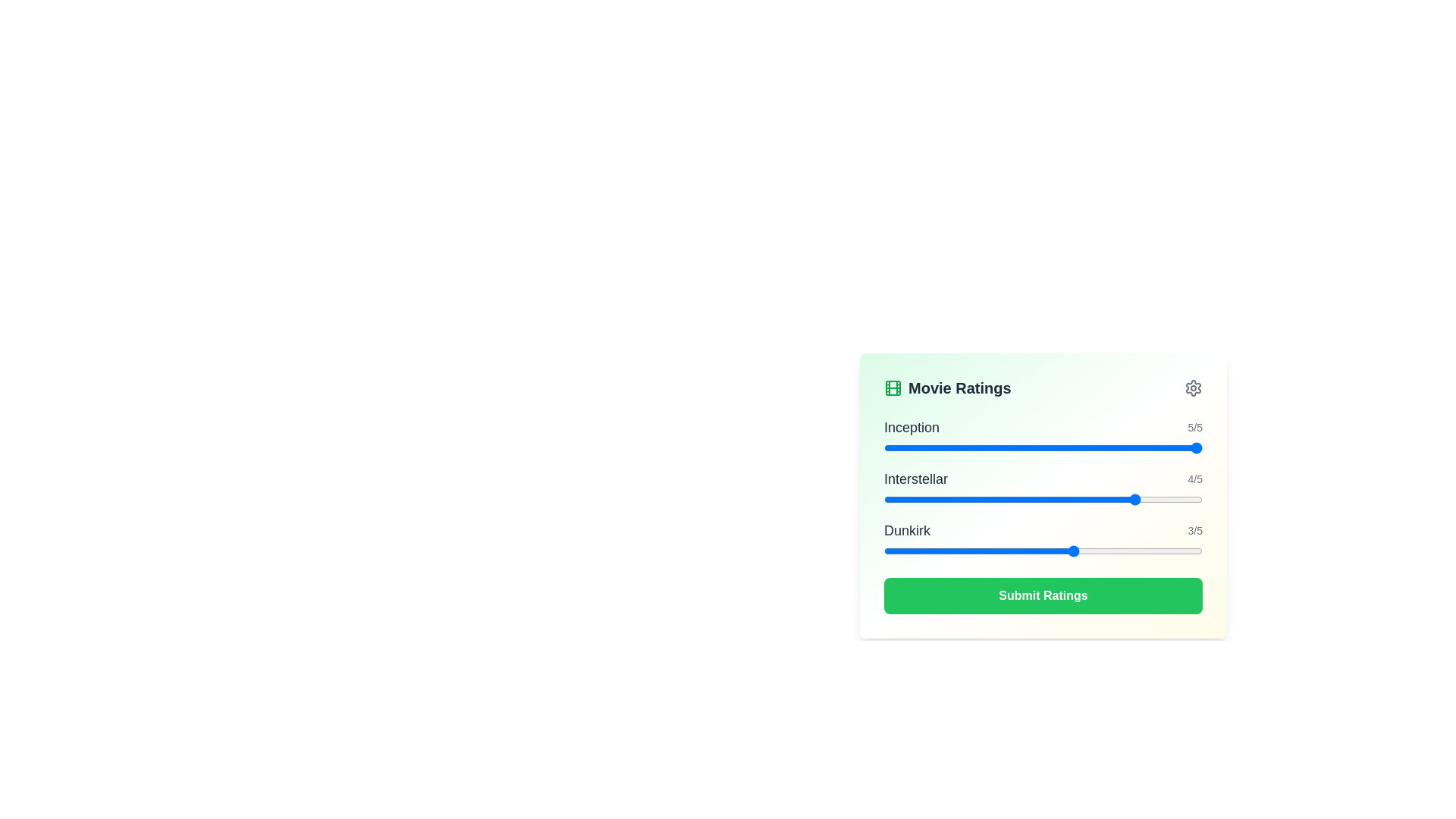  I want to click on the cogwheel icon located at the top-right corner of the 'Movie Ratings' panel, so click(1193, 388).